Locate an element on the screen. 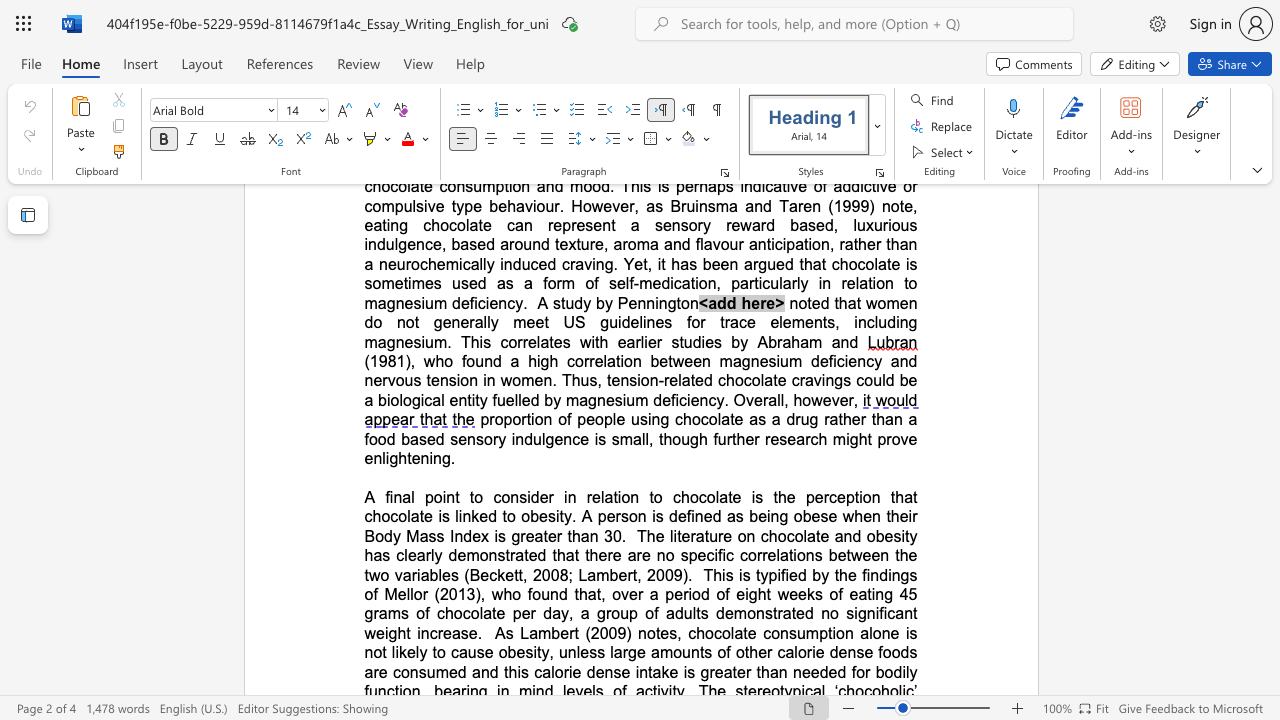 The image size is (1280, 720). the subset text "g rather than a food based sensory indulgence is small, though further researc" within the text "proportion of people using chocolate as a drug rather than a food based sensory indulgence is small, though further research might prove enlightening." is located at coordinates (809, 418).